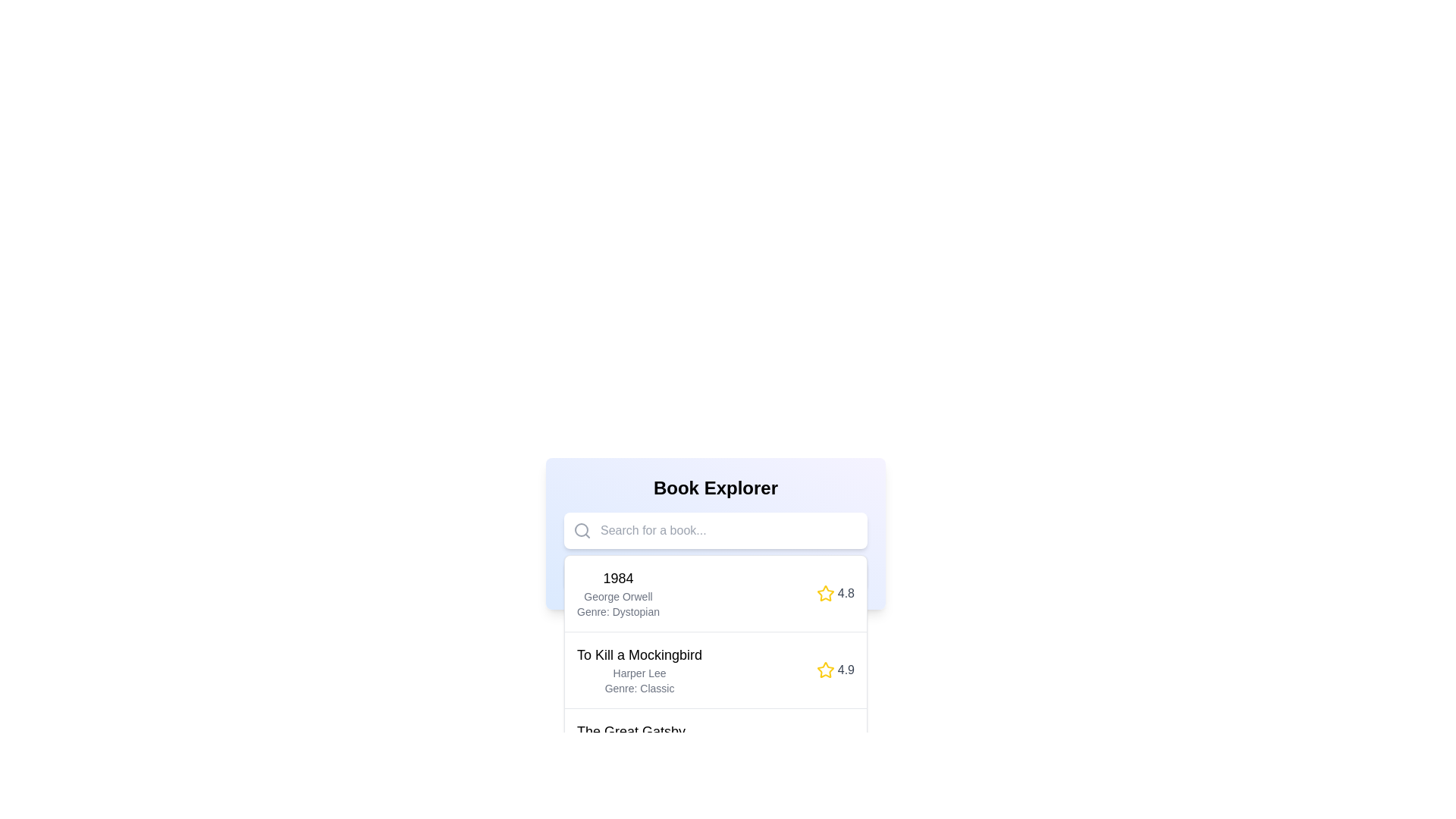 The image size is (1456, 819). I want to click on the rating display showing a yellow star icon followed by the text '4.8', so click(834, 593).